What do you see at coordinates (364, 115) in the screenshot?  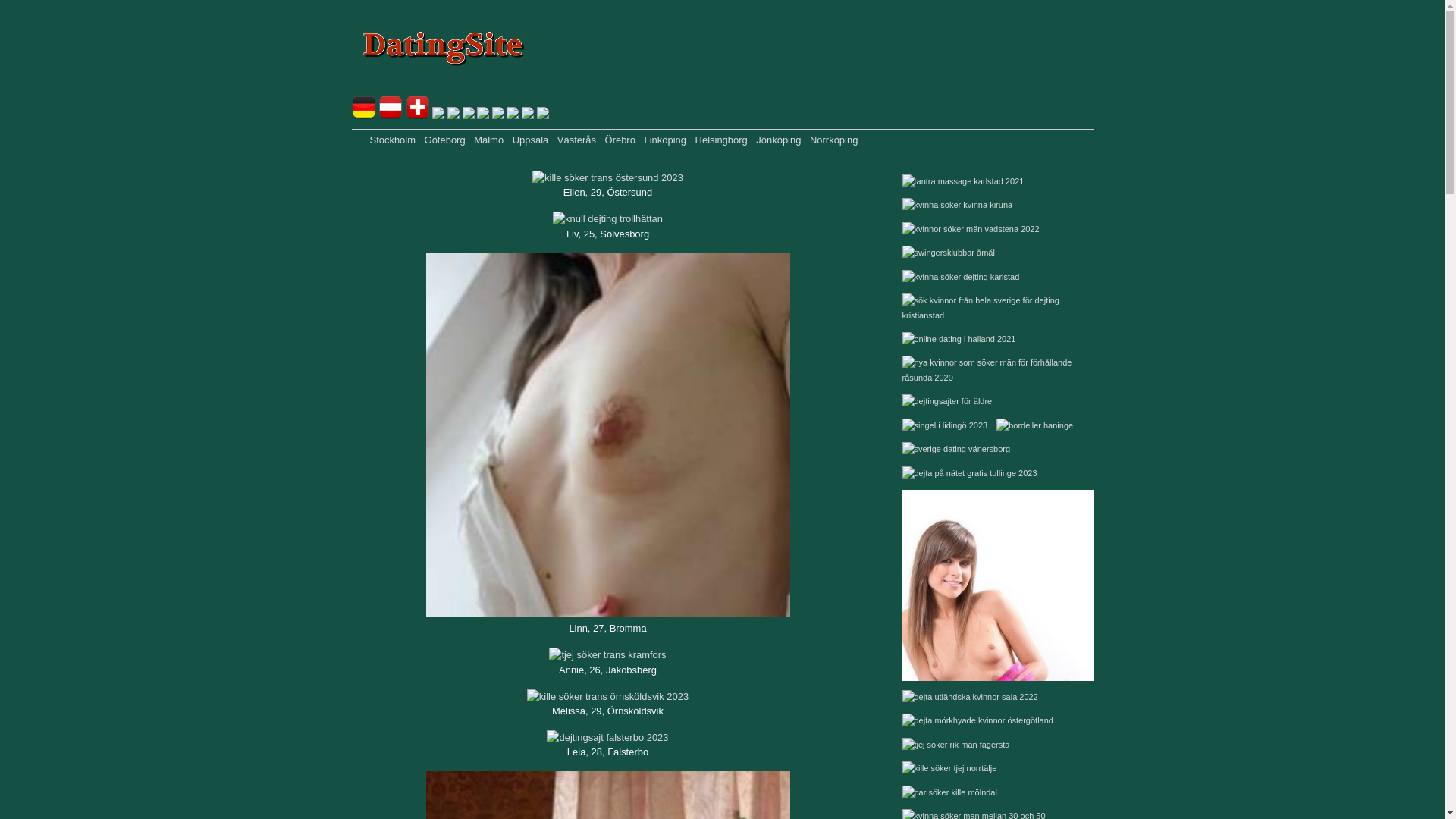 I see `'DE'` at bounding box center [364, 115].